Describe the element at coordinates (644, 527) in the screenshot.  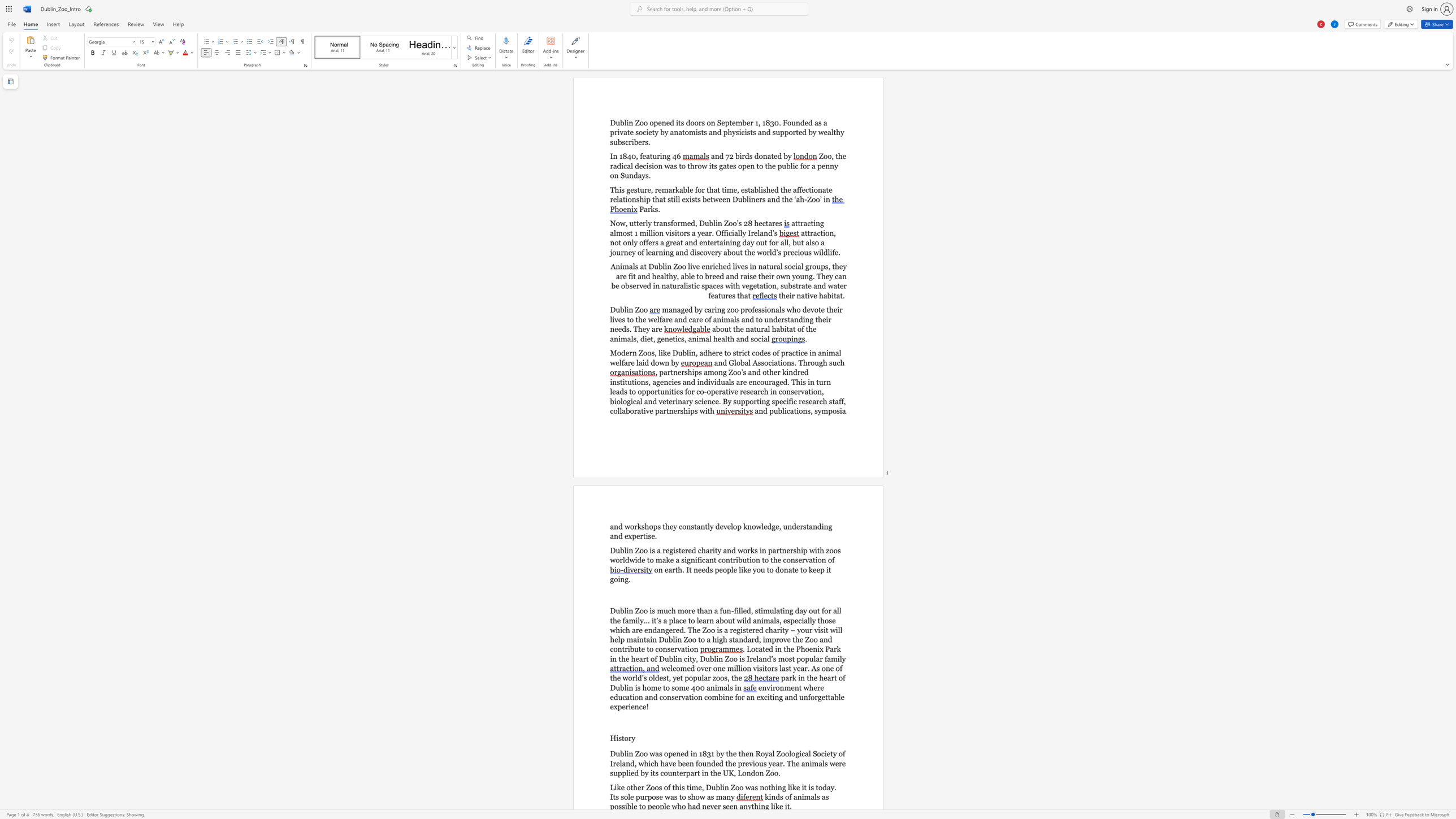
I see `the subset text "hops they constantly de" within the text "and workshops they constantly develo"` at that location.